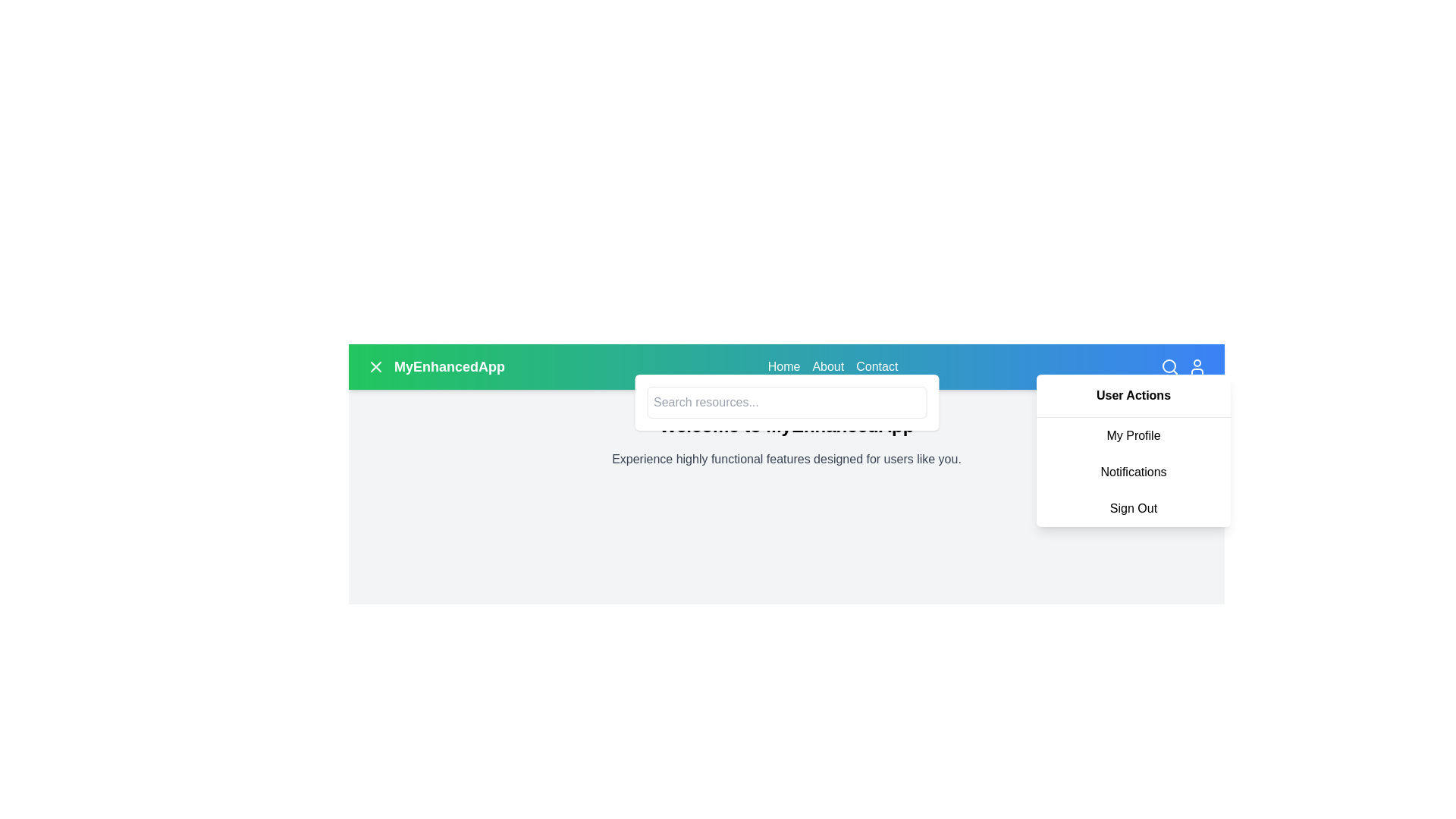 The width and height of the screenshot is (1456, 819). What do you see at coordinates (786, 366) in the screenshot?
I see `the navigation bar of 'MyEnhancedApp'` at bounding box center [786, 366].